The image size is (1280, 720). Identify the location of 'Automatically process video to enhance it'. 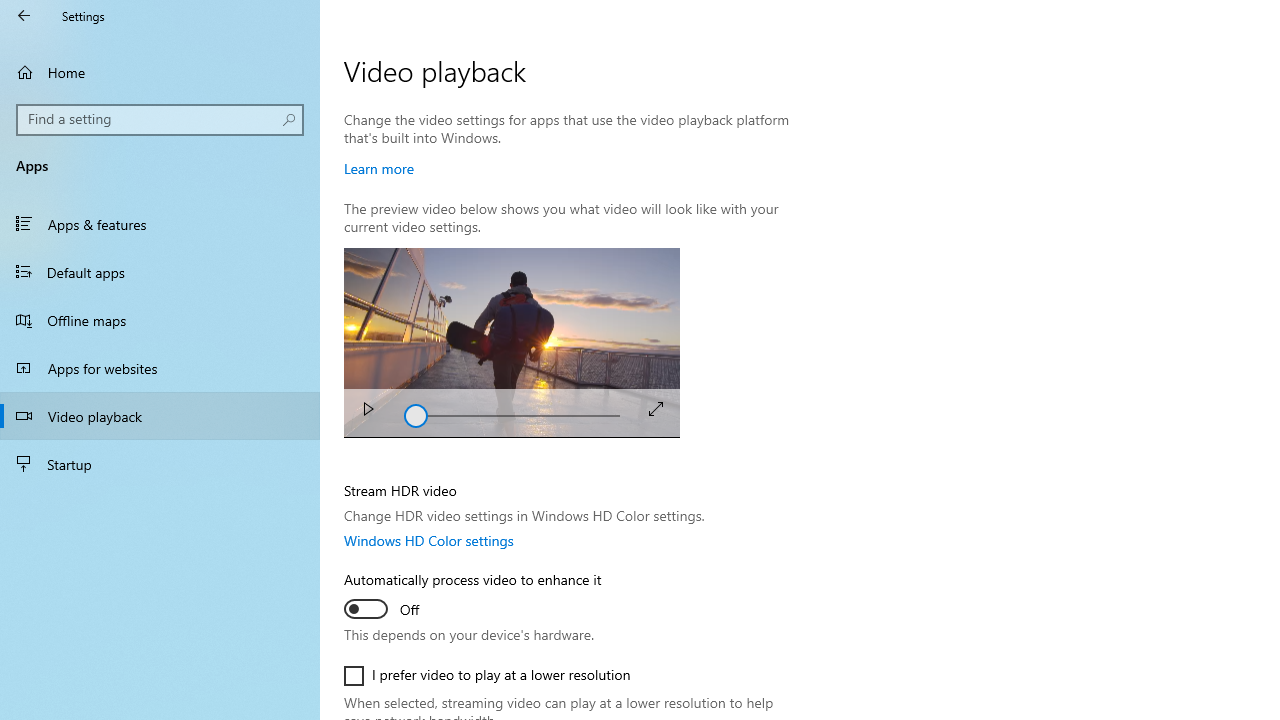
(471, 596).